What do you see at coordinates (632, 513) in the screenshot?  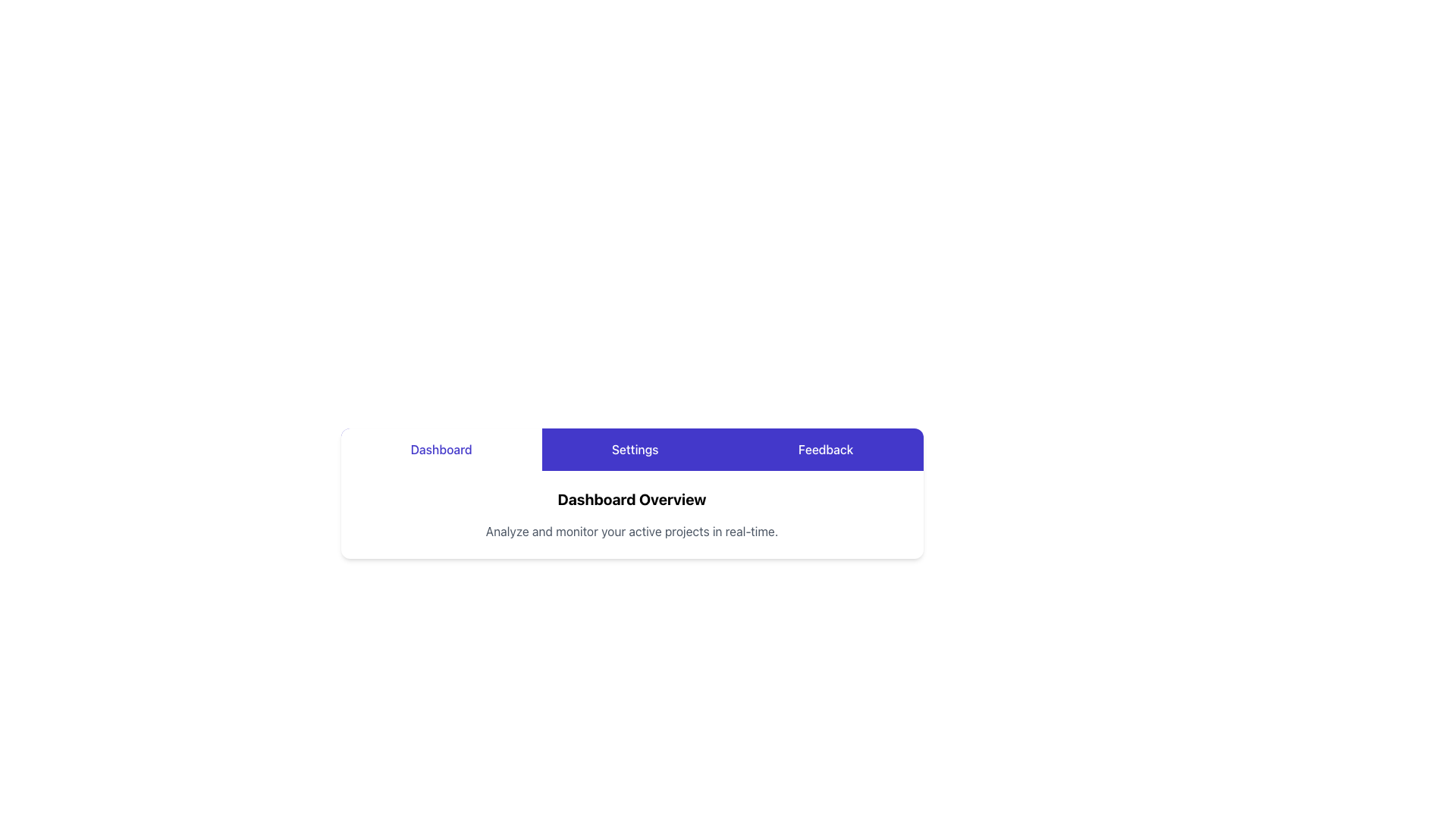 I see `title and subtitle from the Textual Information Block located at the center of the white card below the navigation bar` at bounding box center [632, 513].